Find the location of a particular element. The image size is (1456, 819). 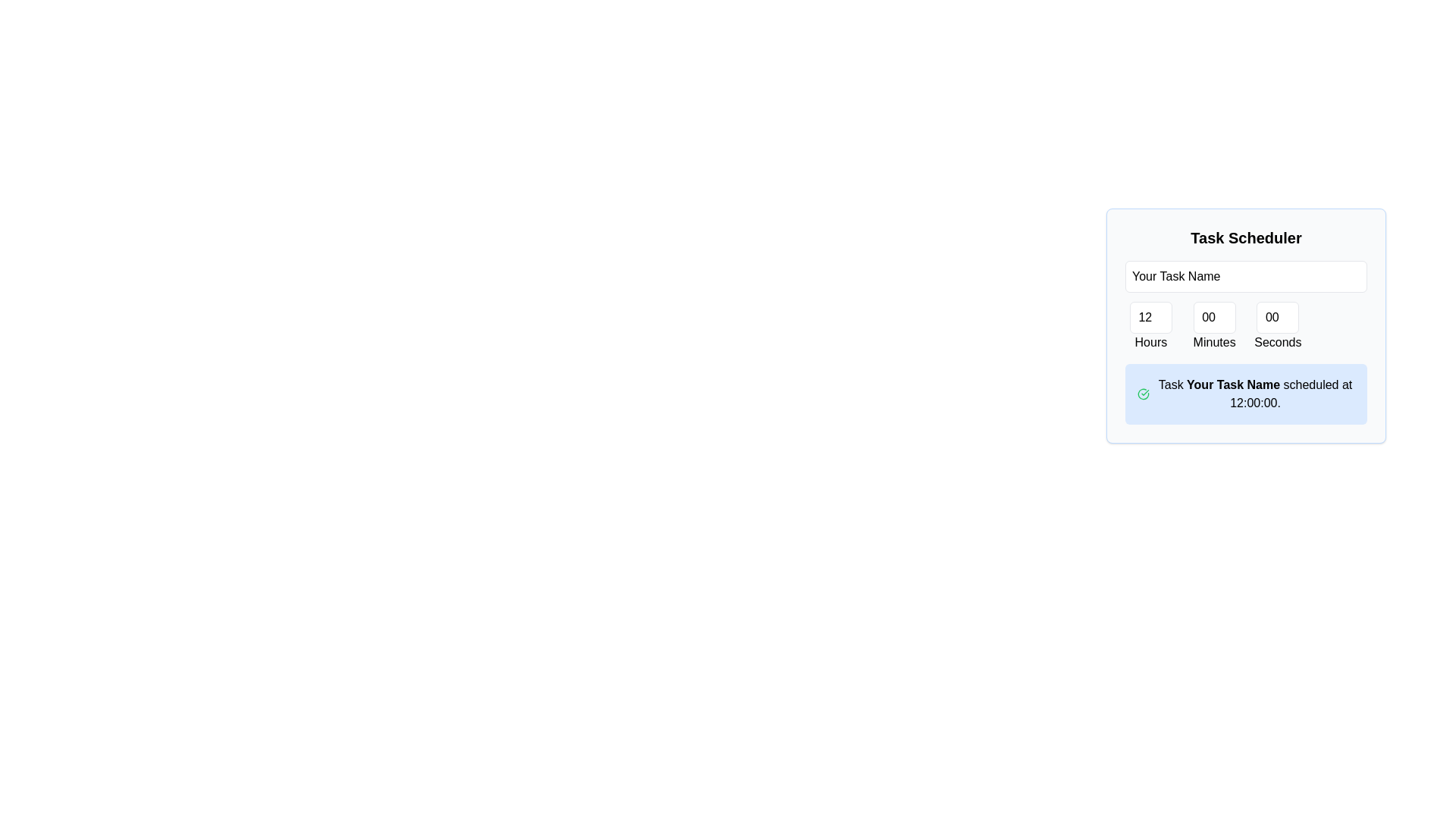

the non-interactive text element displaying the word 'Seconds', located next to the numeric input field in the time scheduler interface is located at coordinates (1277, 342).